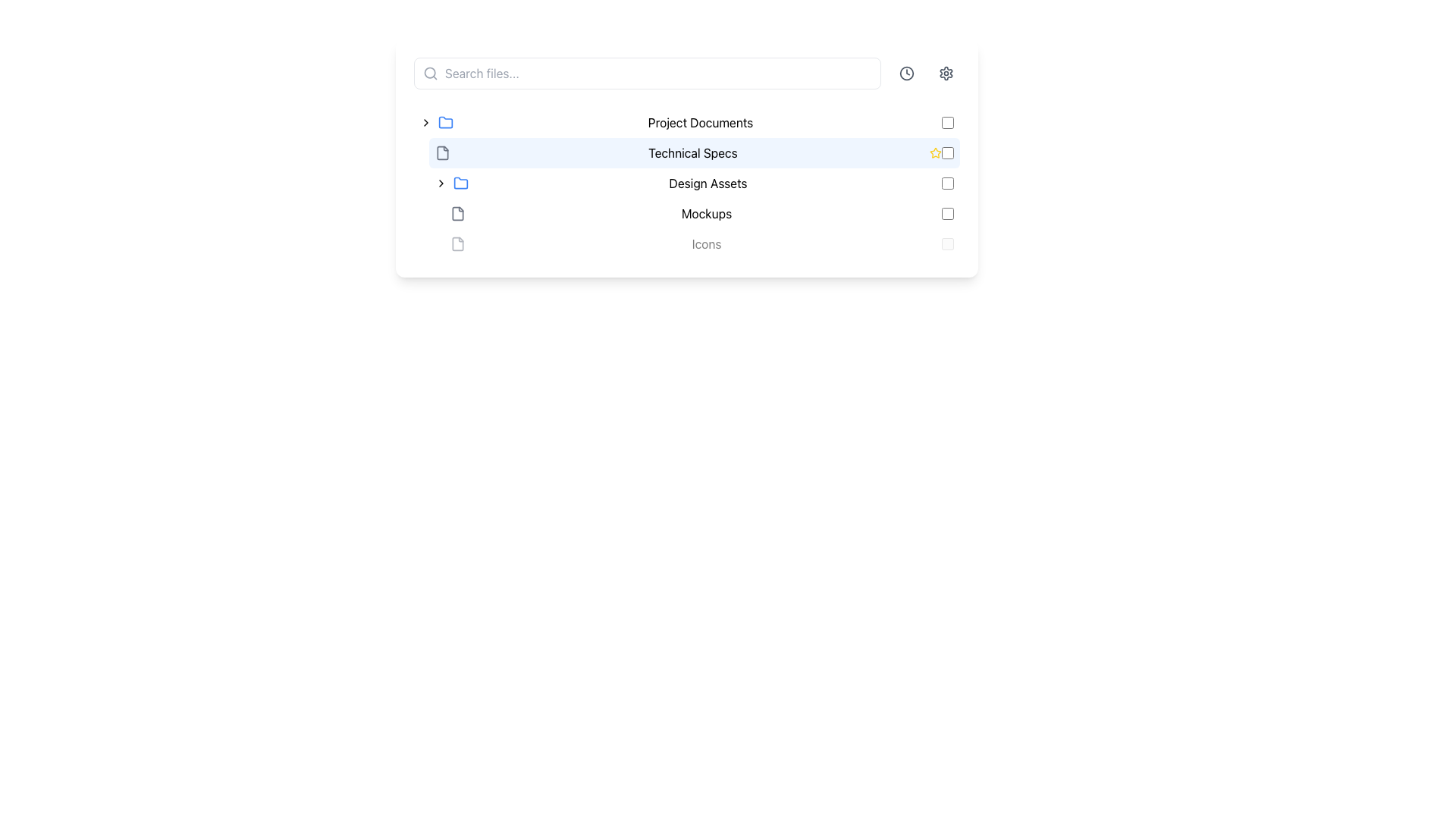  What do you see at coordinates (906, 73) in the screenshot?
I see `the time-related settings button located at the top-right corner of the interface, positioned next to the settings gear button` at bounding box center [906, 73].